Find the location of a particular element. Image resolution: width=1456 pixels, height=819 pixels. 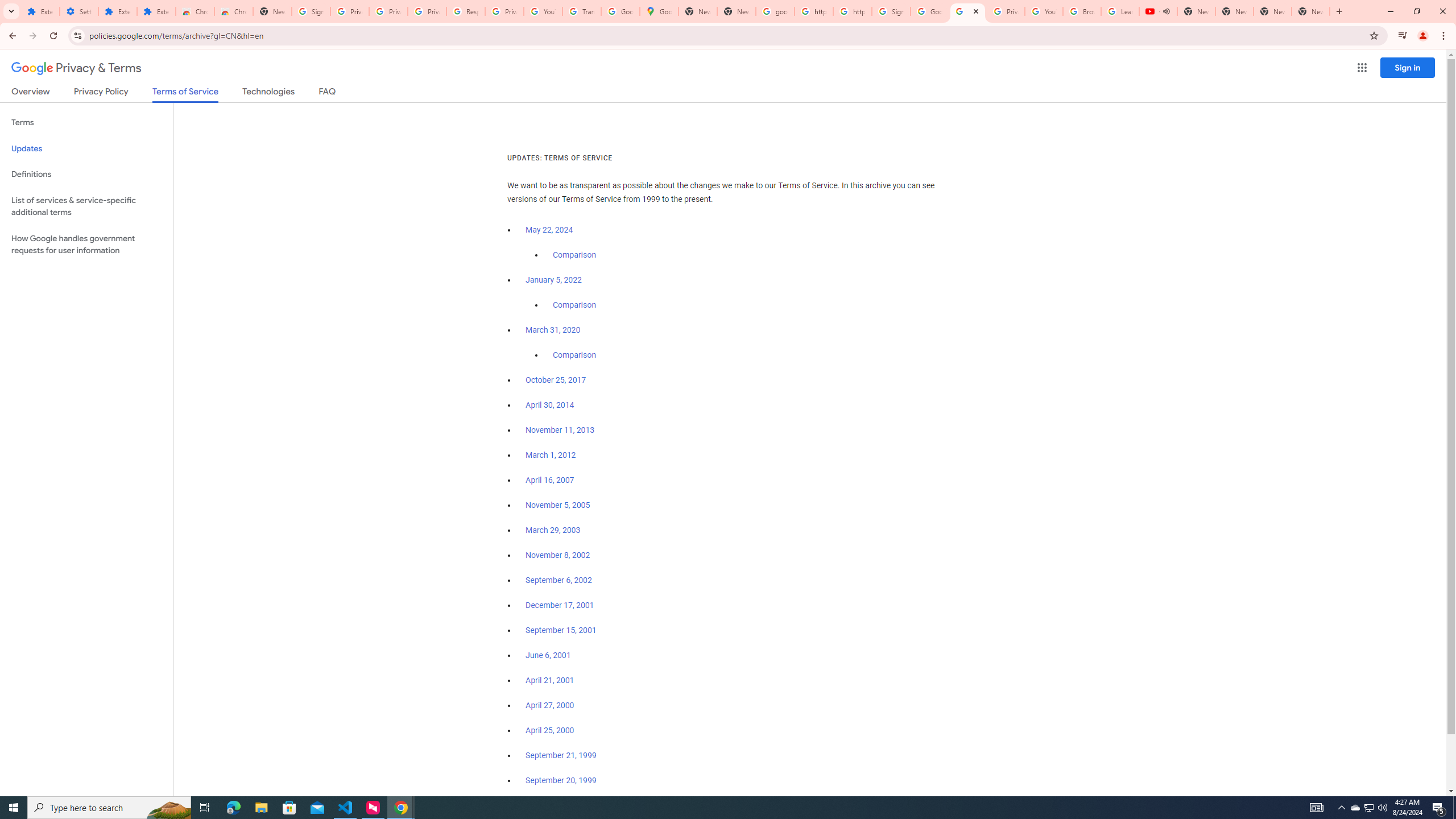

'November 8, 2002' is located at coordinates (557, 555).